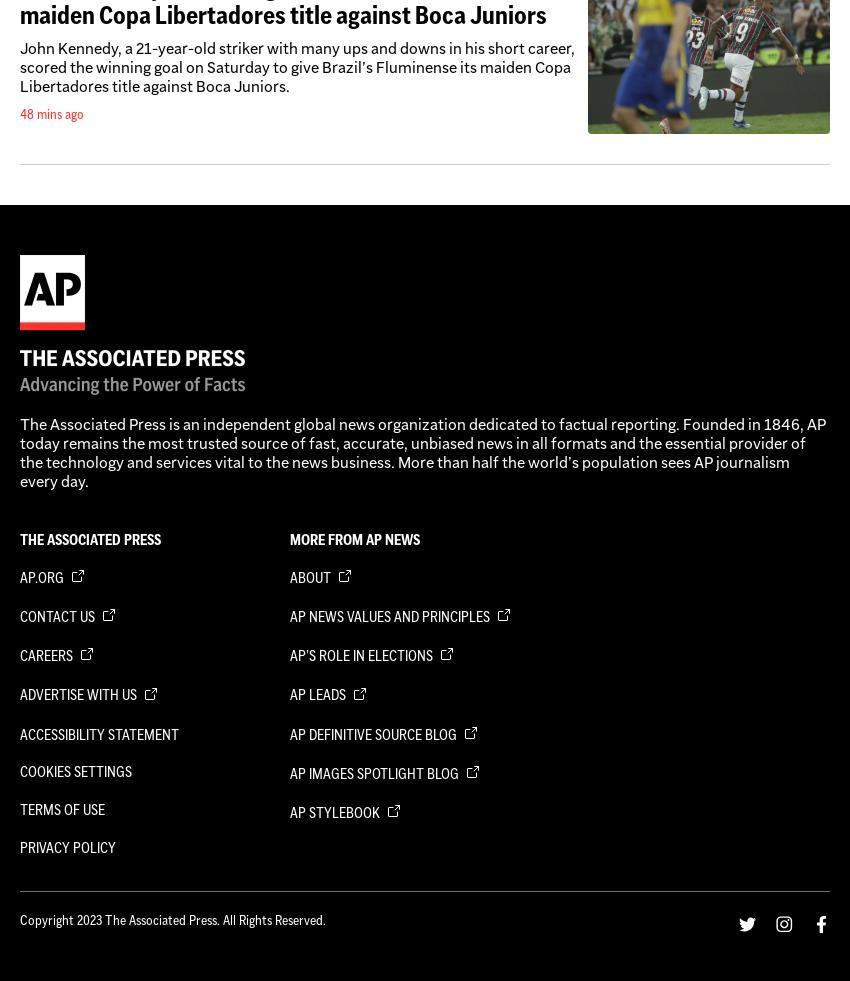 The width and height of the screenshot is (850, 981). What do you see at coordinates (391, 617) in the screenshot?
I see `'AP News Values and Principles'` at bounding box center [391, 617].